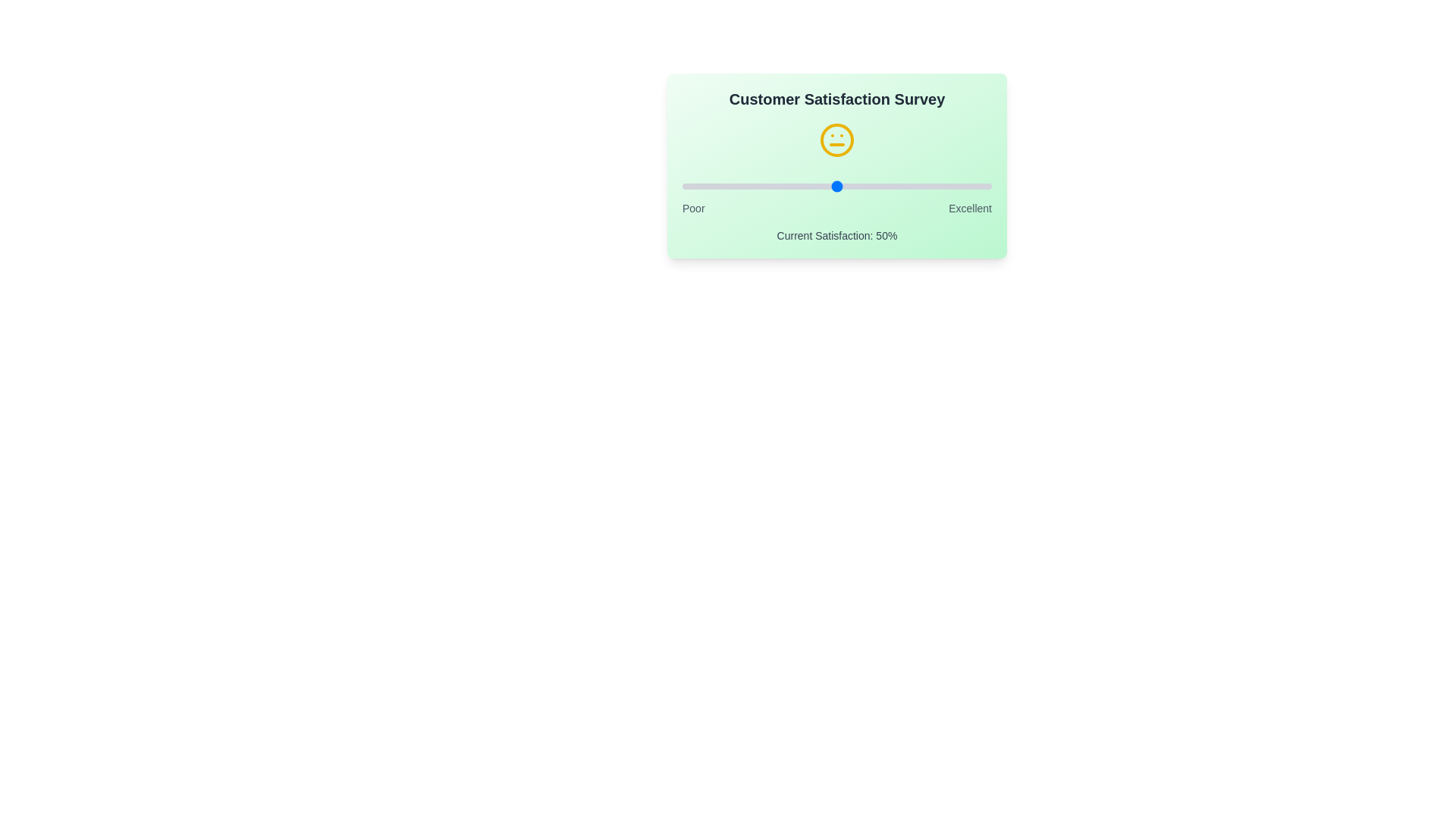  Describe the element at coordinates (827, 186) in the screenshot. I see `the satisfaction slider to 47% to observe the emoji change` at that location.